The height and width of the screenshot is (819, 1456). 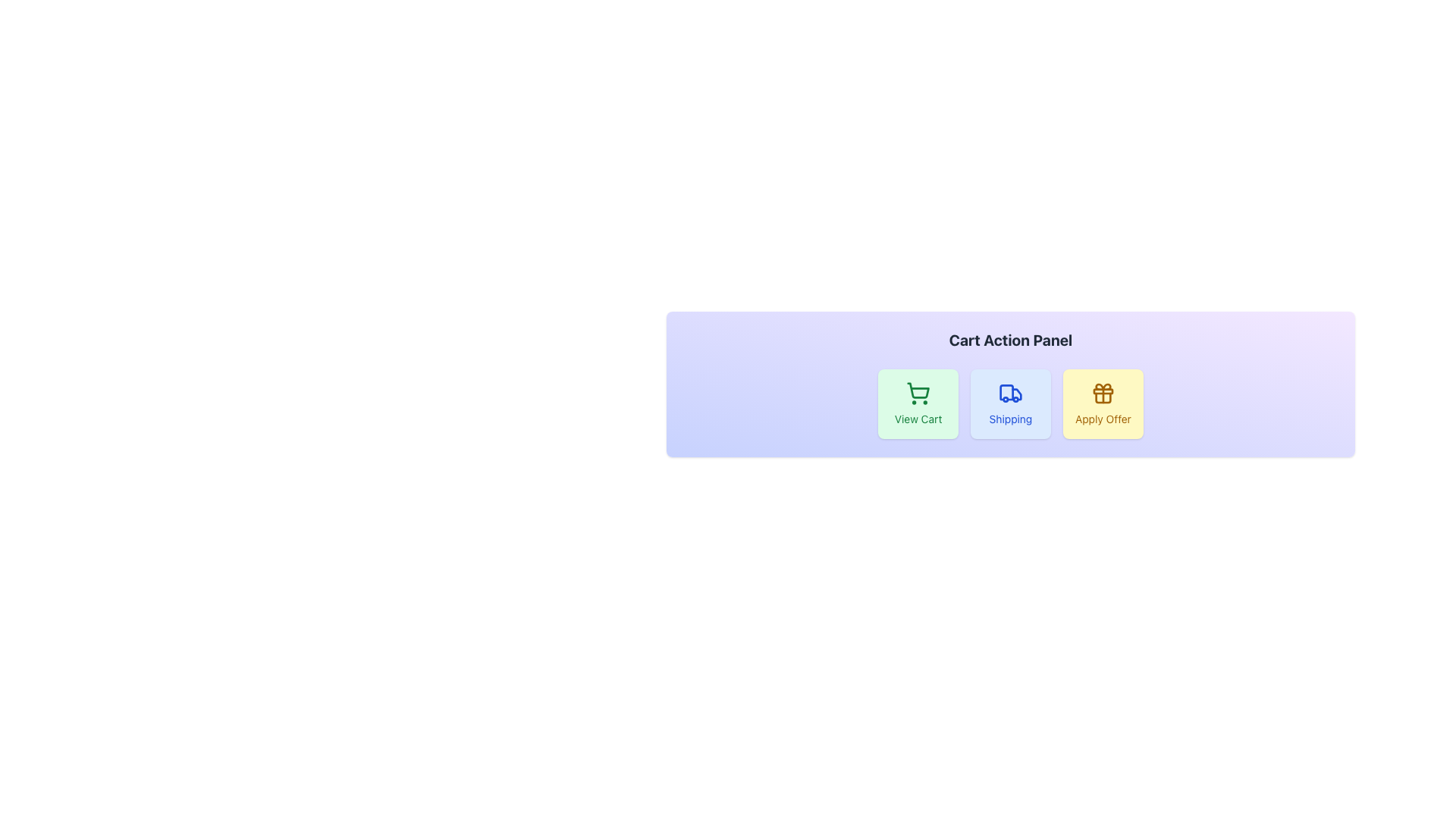 I want to click on the shopping cart icon, which is a visually outlined cart shape located inside the 'View Cart' box in the 'Cart Action Panel', so click(x=918, y=390).